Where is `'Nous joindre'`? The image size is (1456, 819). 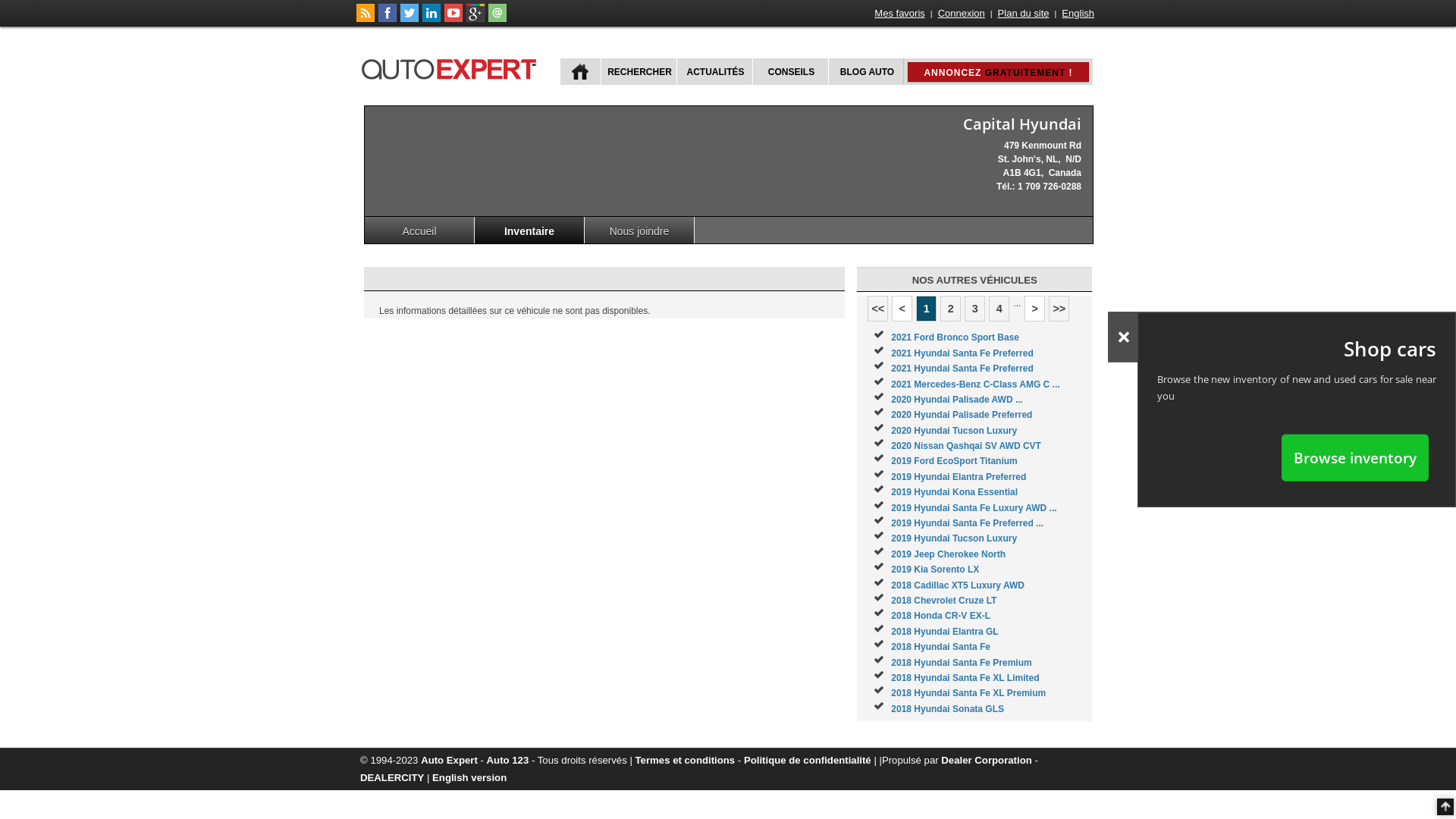
'Nous joindre' is located at coordinates (584, 230).